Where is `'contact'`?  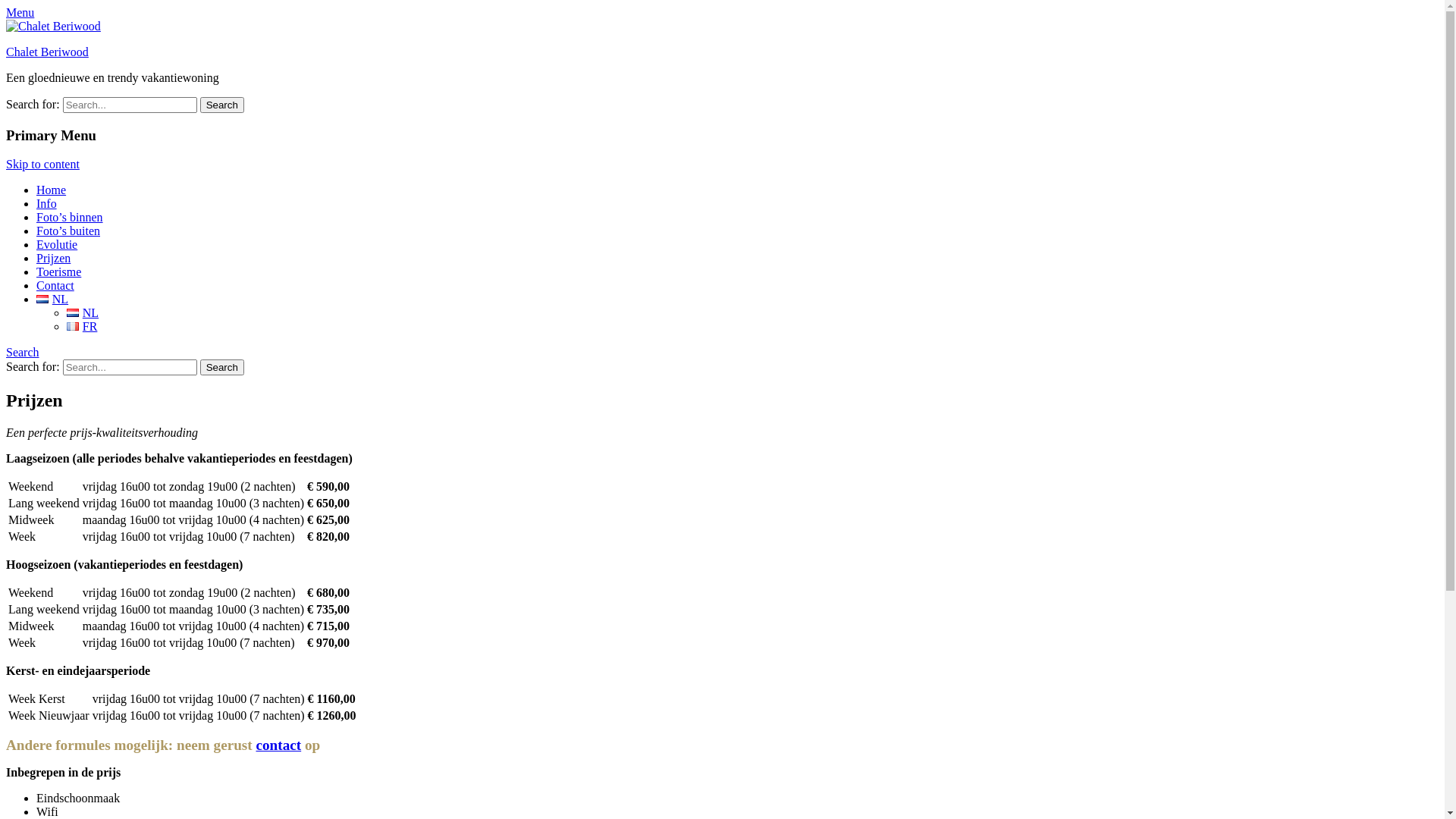
'contact' is located at coordinates (256, 744).